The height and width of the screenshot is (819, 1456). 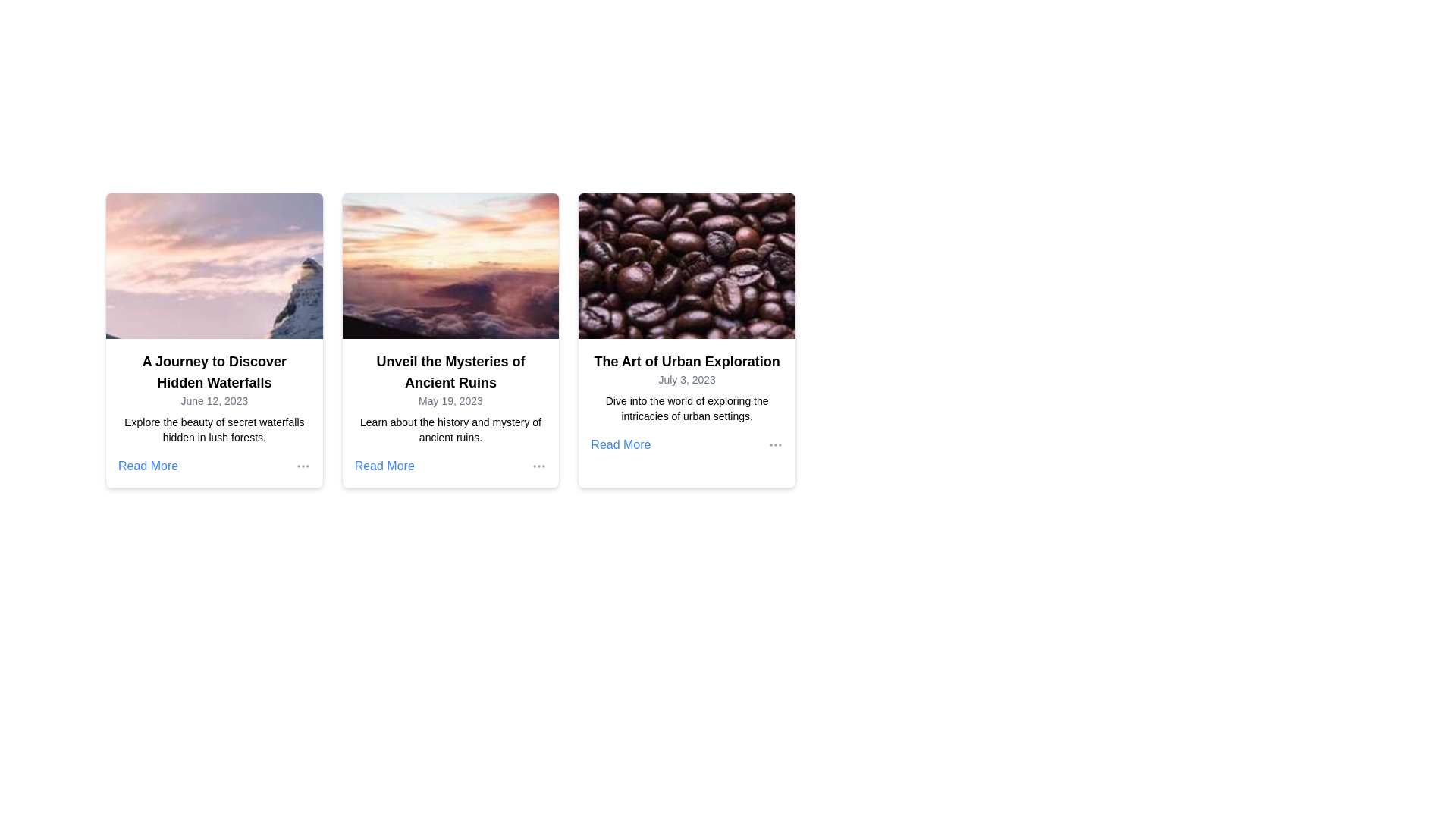 What do you see at coordinates (450, 372) in the screenshot?
I see `text displayed in the title element that says 'Unveil the Mysteries of Ancient Ruins', which is prominently styled and located at the top of the middle card in a three-card layout` at bounding box center [450, 372].